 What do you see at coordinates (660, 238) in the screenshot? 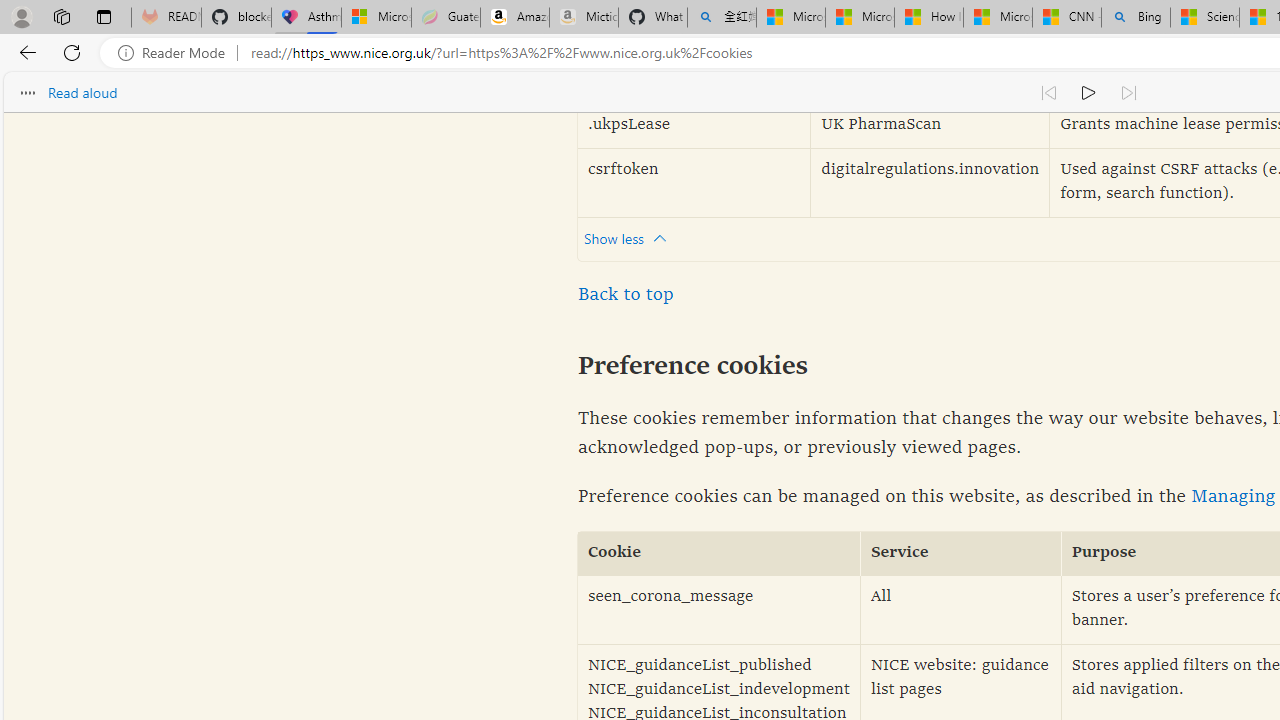
I see `'Class: __reading_mode_collapse_button_chevron_up'` at bounding box center [660, 238].